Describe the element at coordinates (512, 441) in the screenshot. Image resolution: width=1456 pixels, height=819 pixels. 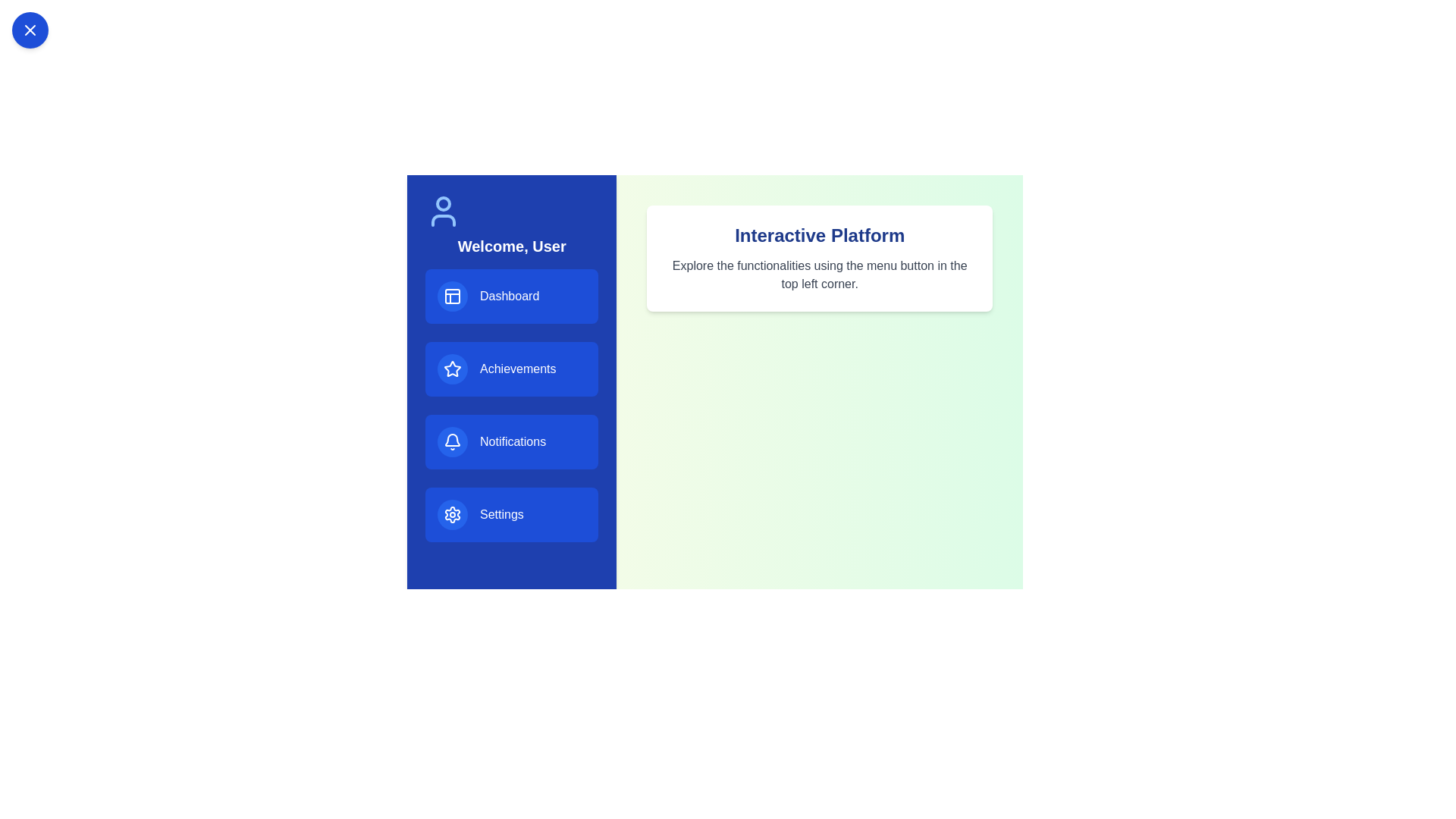
I see `the menu item labeled Notifications from the sidebar` at that location.